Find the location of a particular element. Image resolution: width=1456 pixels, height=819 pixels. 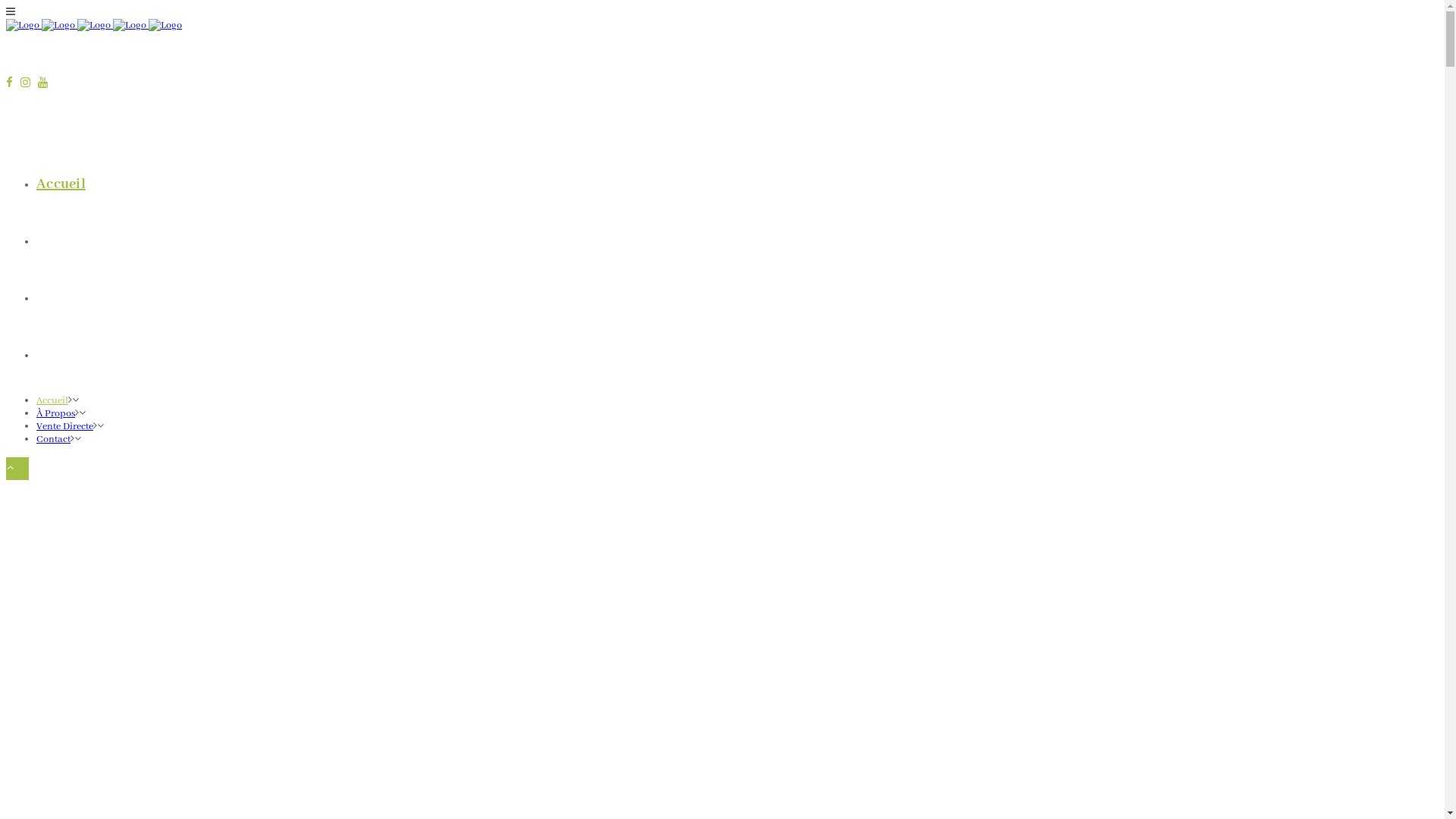

'Vente Directe' is located at coordinates (79, 298).